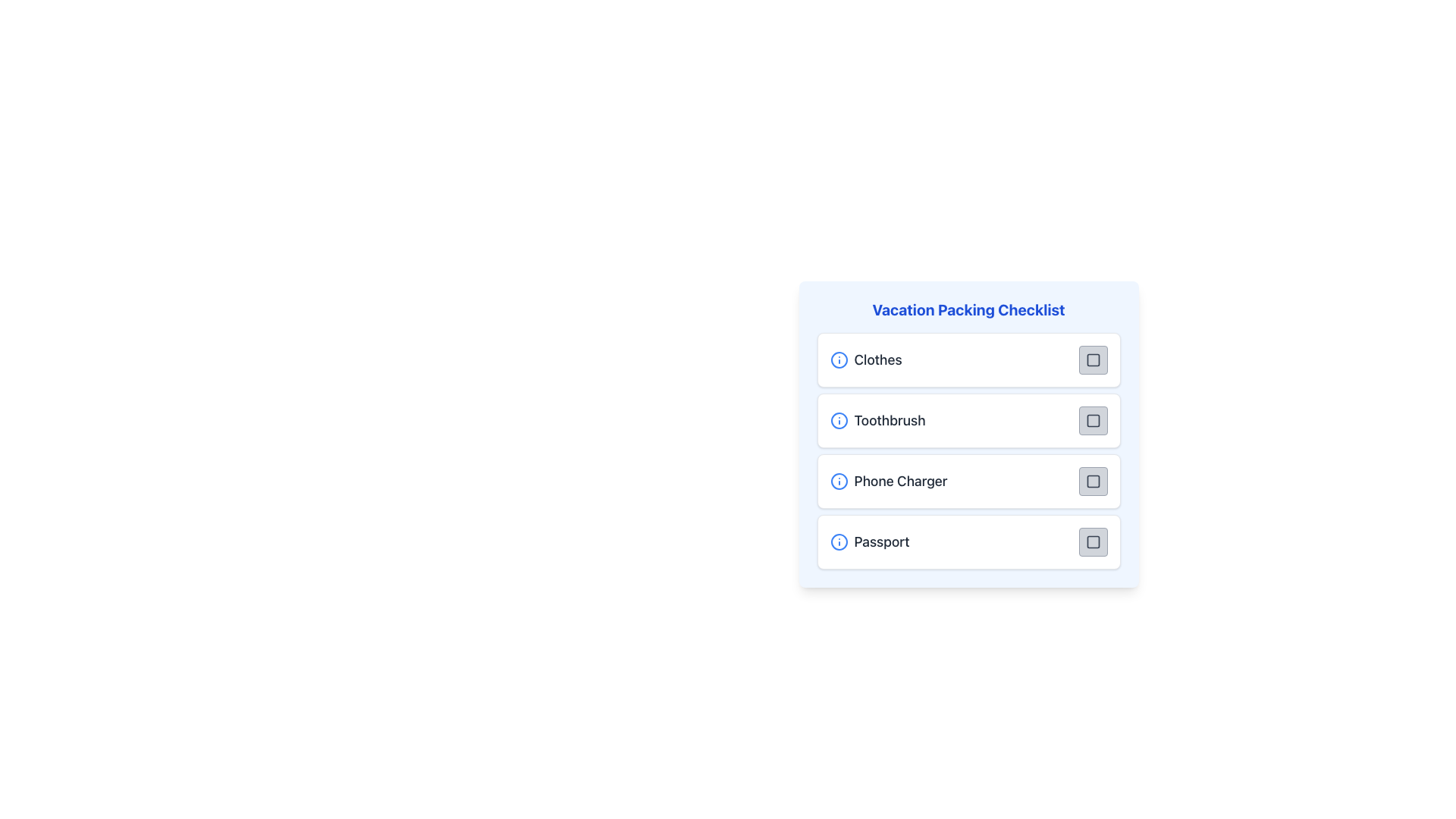  Describe the element at coordinates (1093, 541) in the screenshot. I see `the Interactive Icon that serves as a status indicator next to the 'Passport' item in the checklist` at that location.